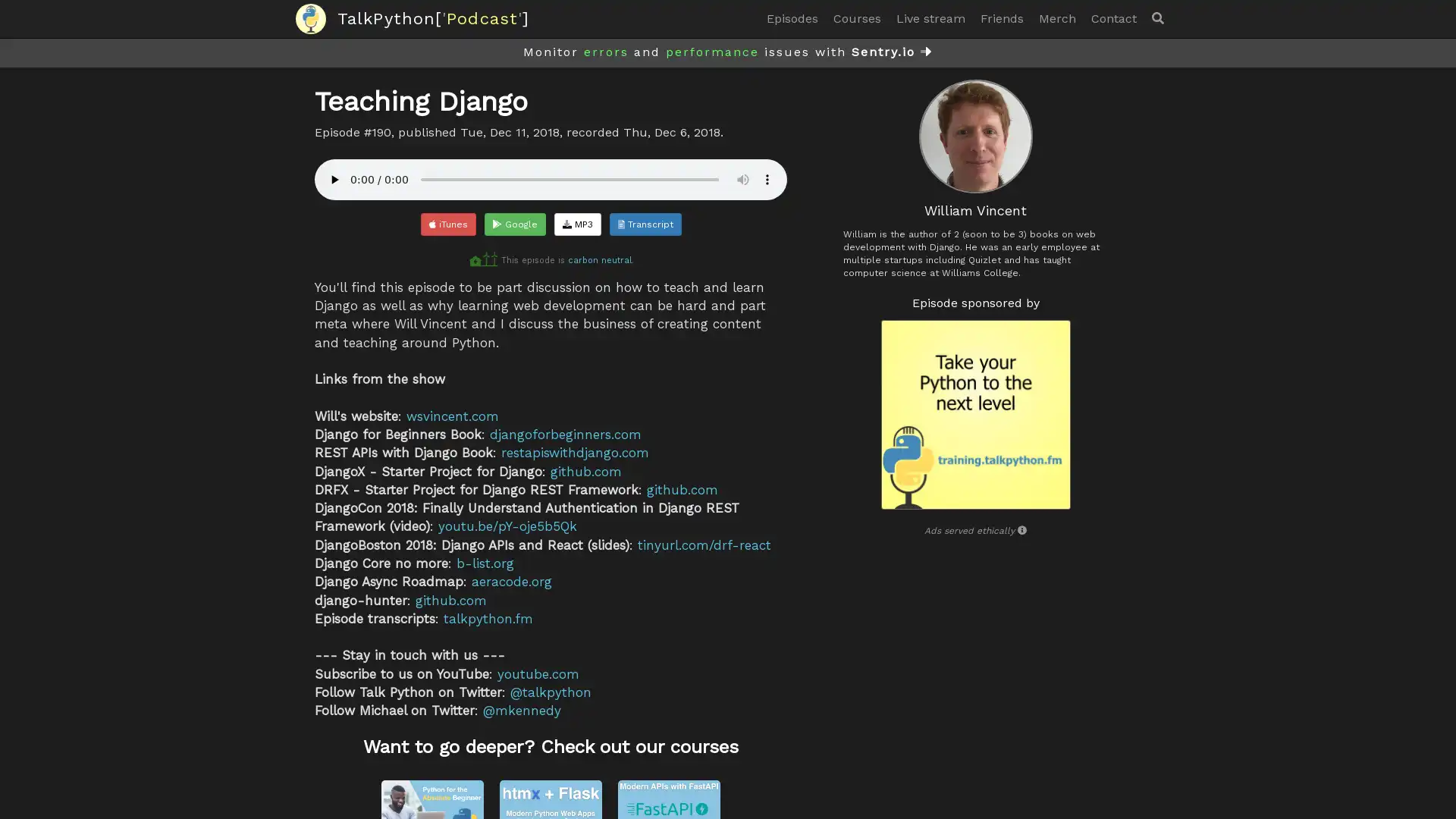  I want to click on mute, so click(742, 178).